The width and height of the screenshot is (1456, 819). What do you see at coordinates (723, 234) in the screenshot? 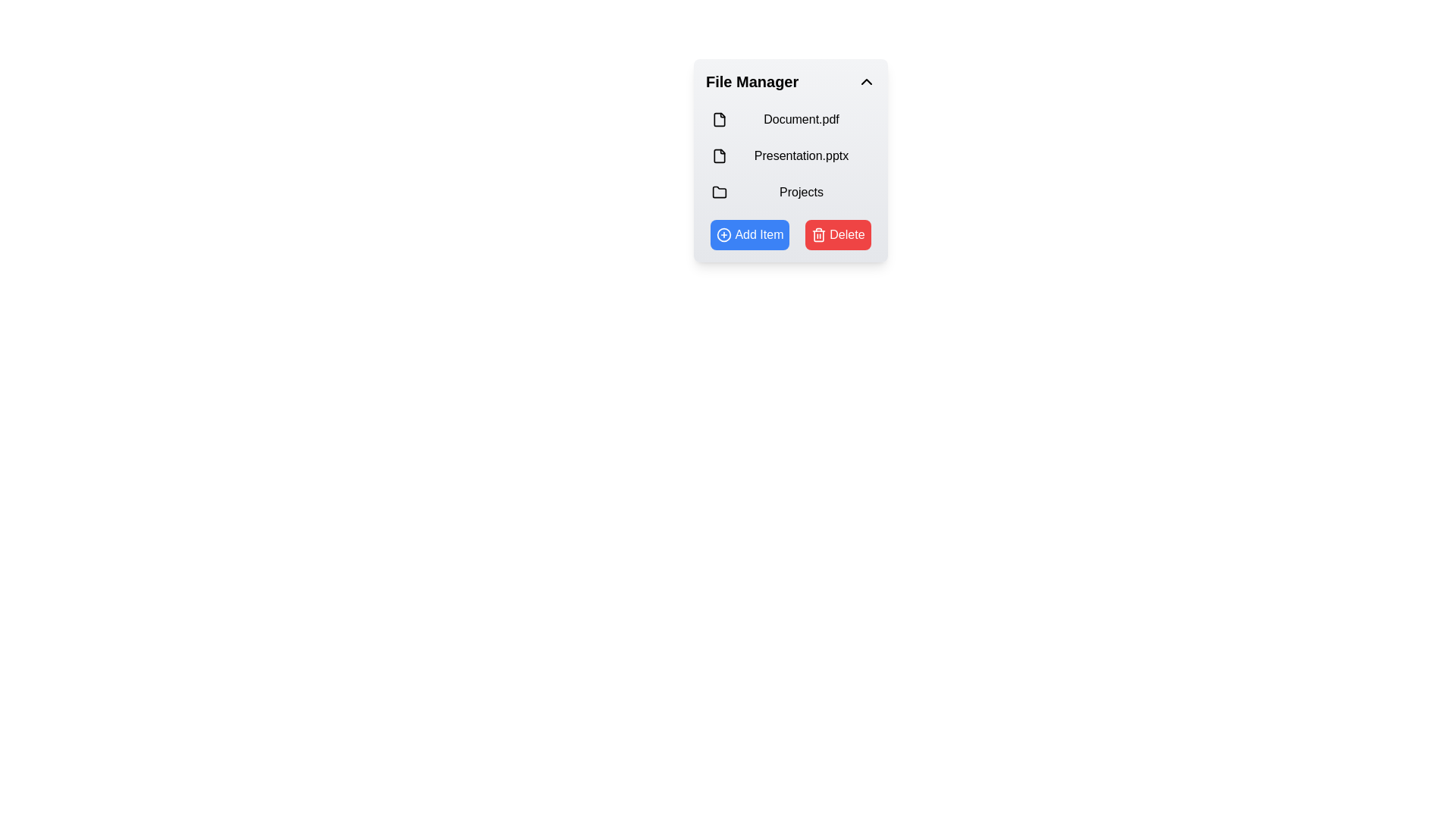
I see `the icon inside the 'Add Item' button located at the bottom-left area of the 'File Manager' panel, adjacent to the red 'Delete' button` at bounding box center [723, 234].